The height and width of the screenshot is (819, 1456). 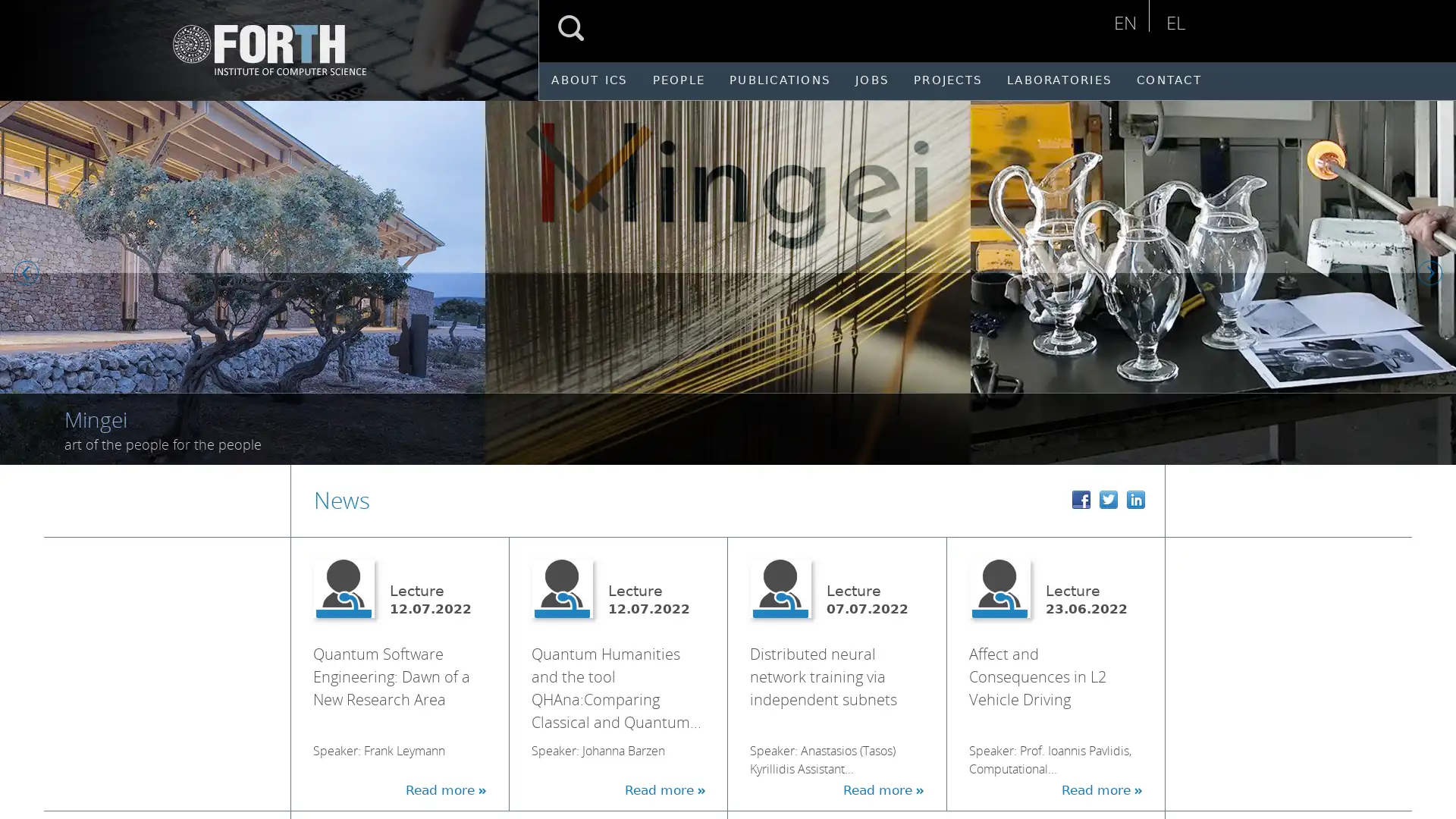 I want to click on visit previous project, so click(x=29, y=274).